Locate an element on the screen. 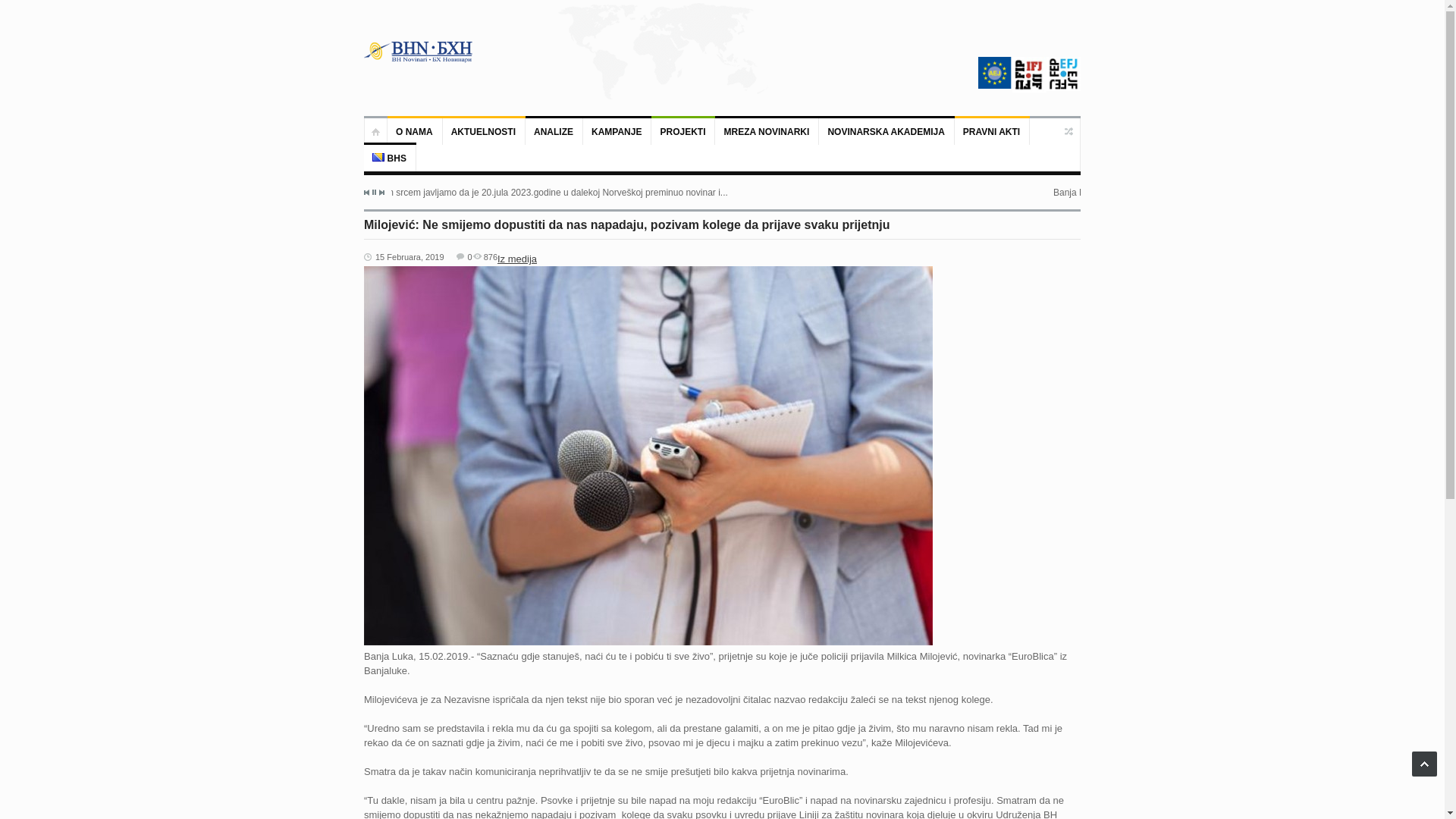 The image size is (1456, 819). 'Iz medija' is located at coordinates (516, 258).